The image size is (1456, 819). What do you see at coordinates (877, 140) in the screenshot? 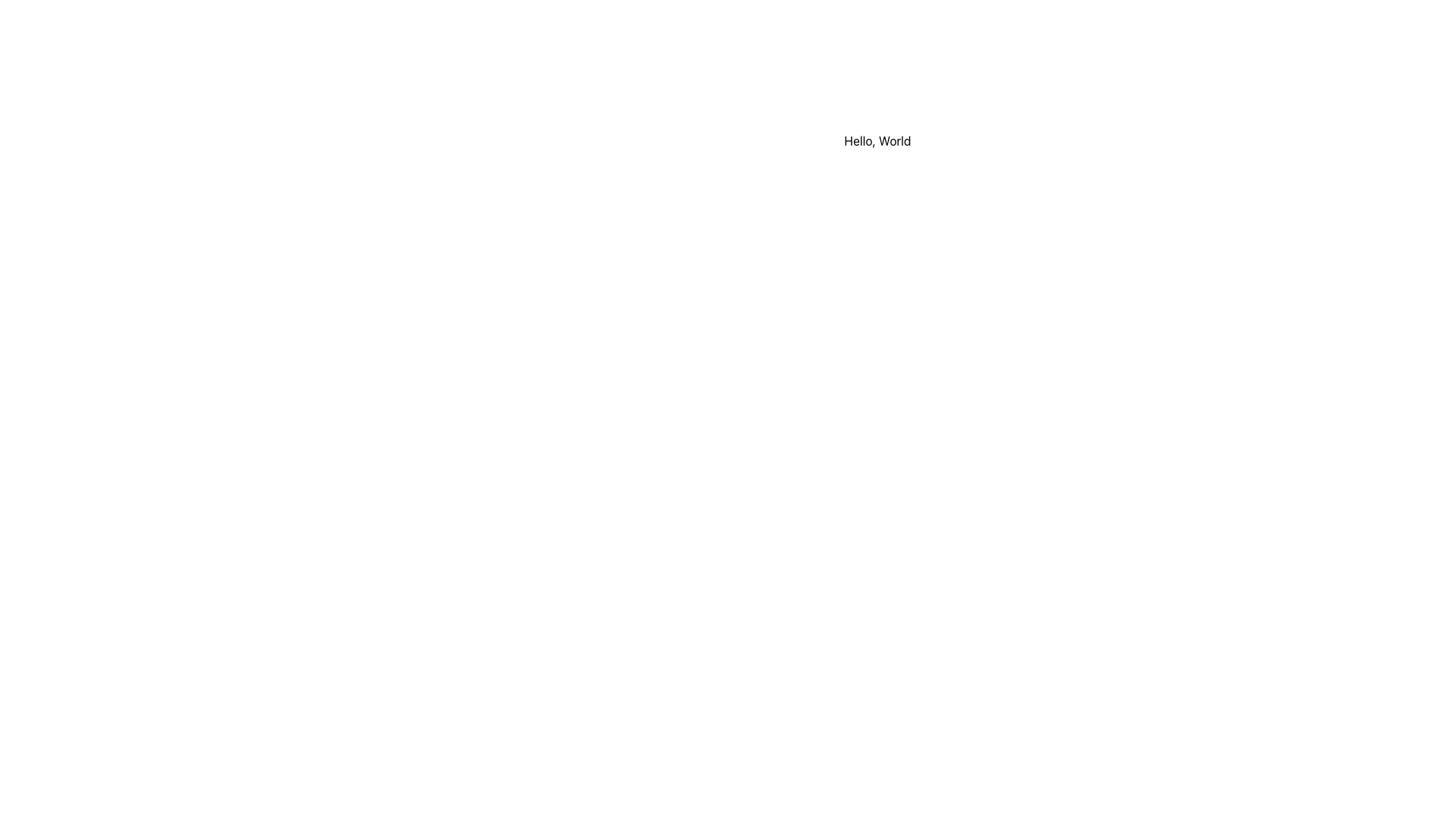
I see `the Static Text Label displaying 'Hello, World' in a sans-serif font, centered horizontally within a white background` at bounding box center [877, 140].